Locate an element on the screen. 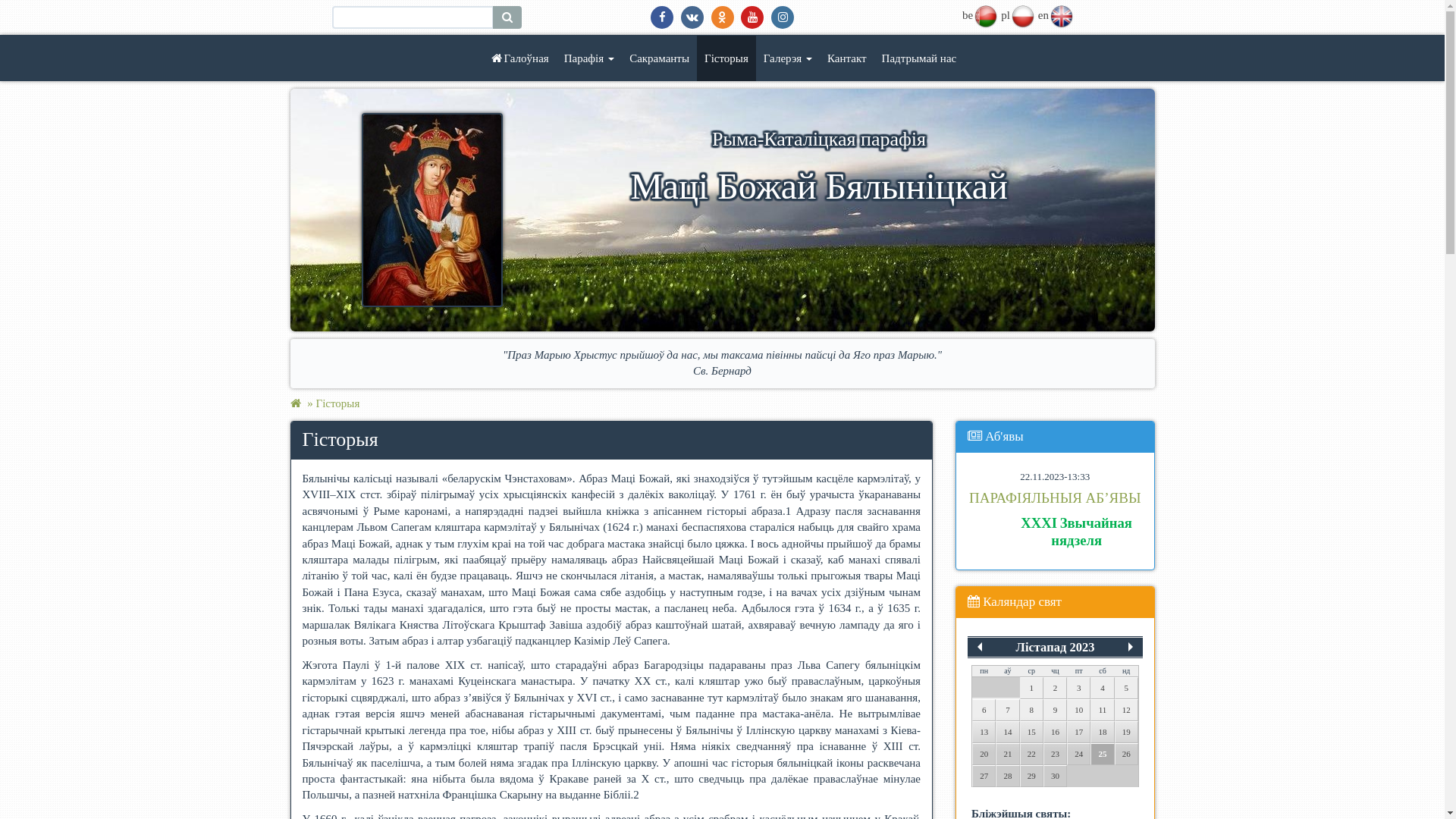  '11' is located at coordinates (1090, 710).